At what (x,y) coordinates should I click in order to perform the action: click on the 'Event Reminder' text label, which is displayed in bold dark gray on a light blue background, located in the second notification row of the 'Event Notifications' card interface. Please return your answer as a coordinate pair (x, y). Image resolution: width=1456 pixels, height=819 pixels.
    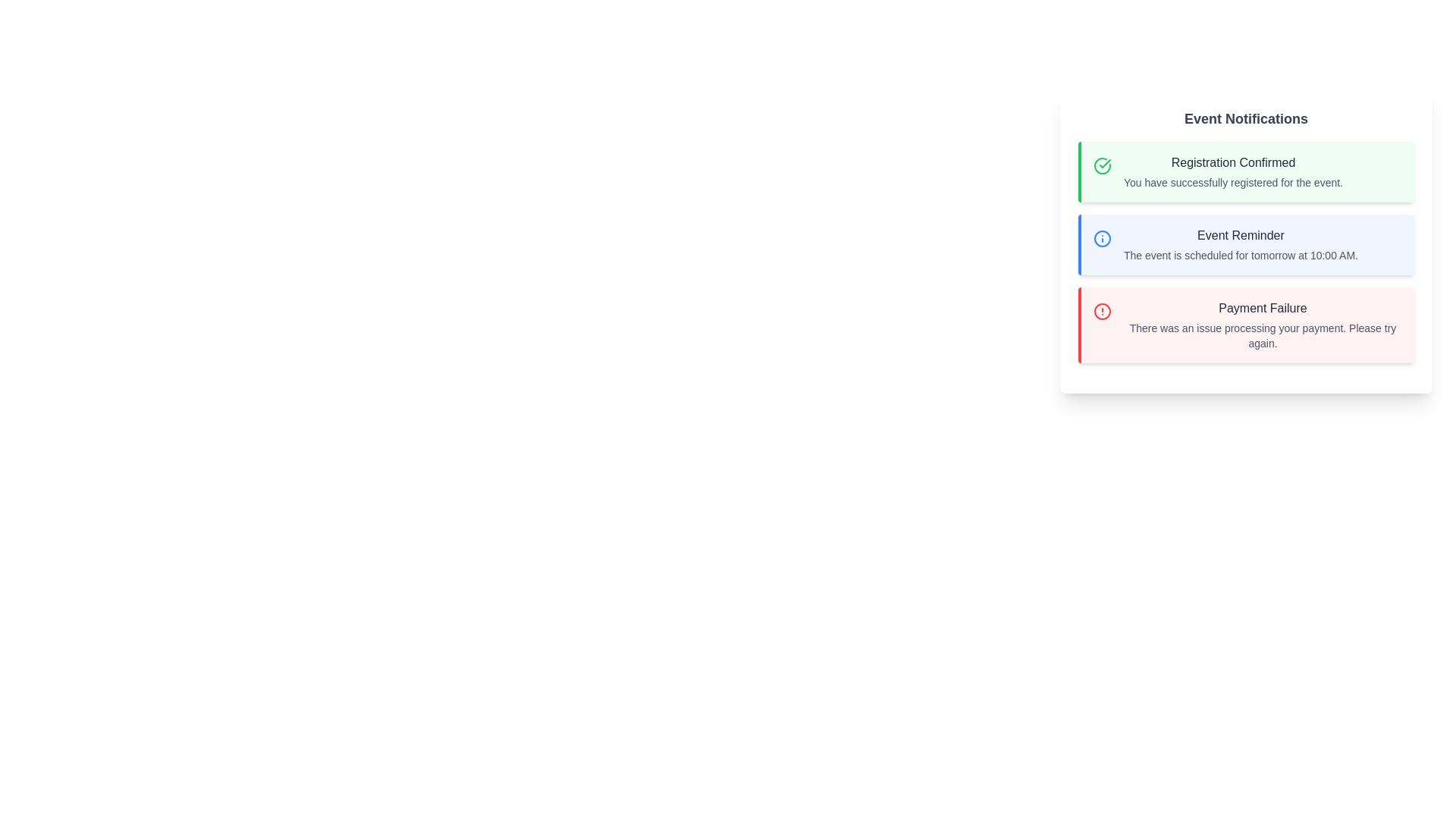
    Looking at the image, I should click on (1241, 236).